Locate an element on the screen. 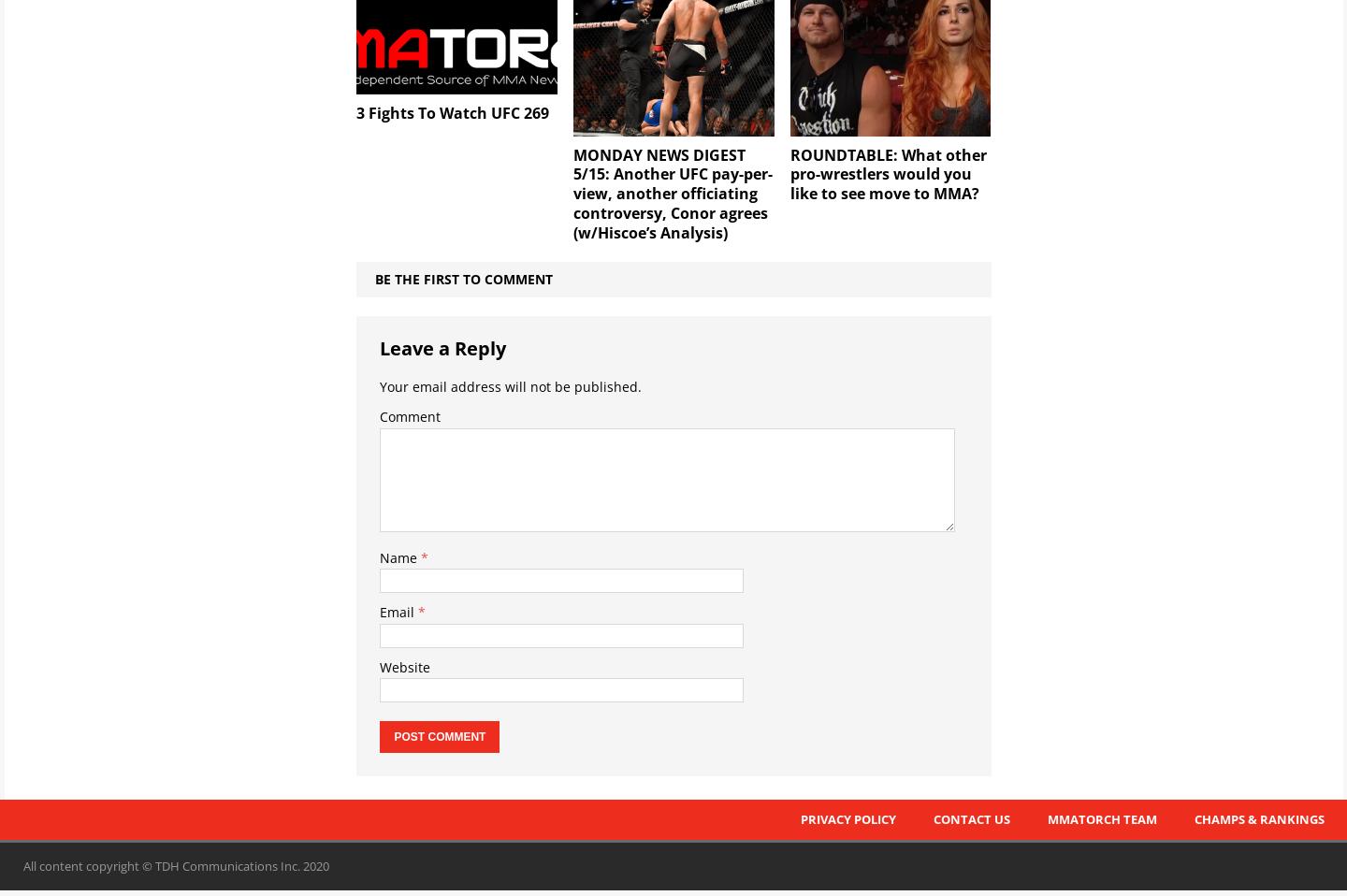 The width and height of the screenshot is (1347, 896). 'Name' is located at coordinates (378, 556).